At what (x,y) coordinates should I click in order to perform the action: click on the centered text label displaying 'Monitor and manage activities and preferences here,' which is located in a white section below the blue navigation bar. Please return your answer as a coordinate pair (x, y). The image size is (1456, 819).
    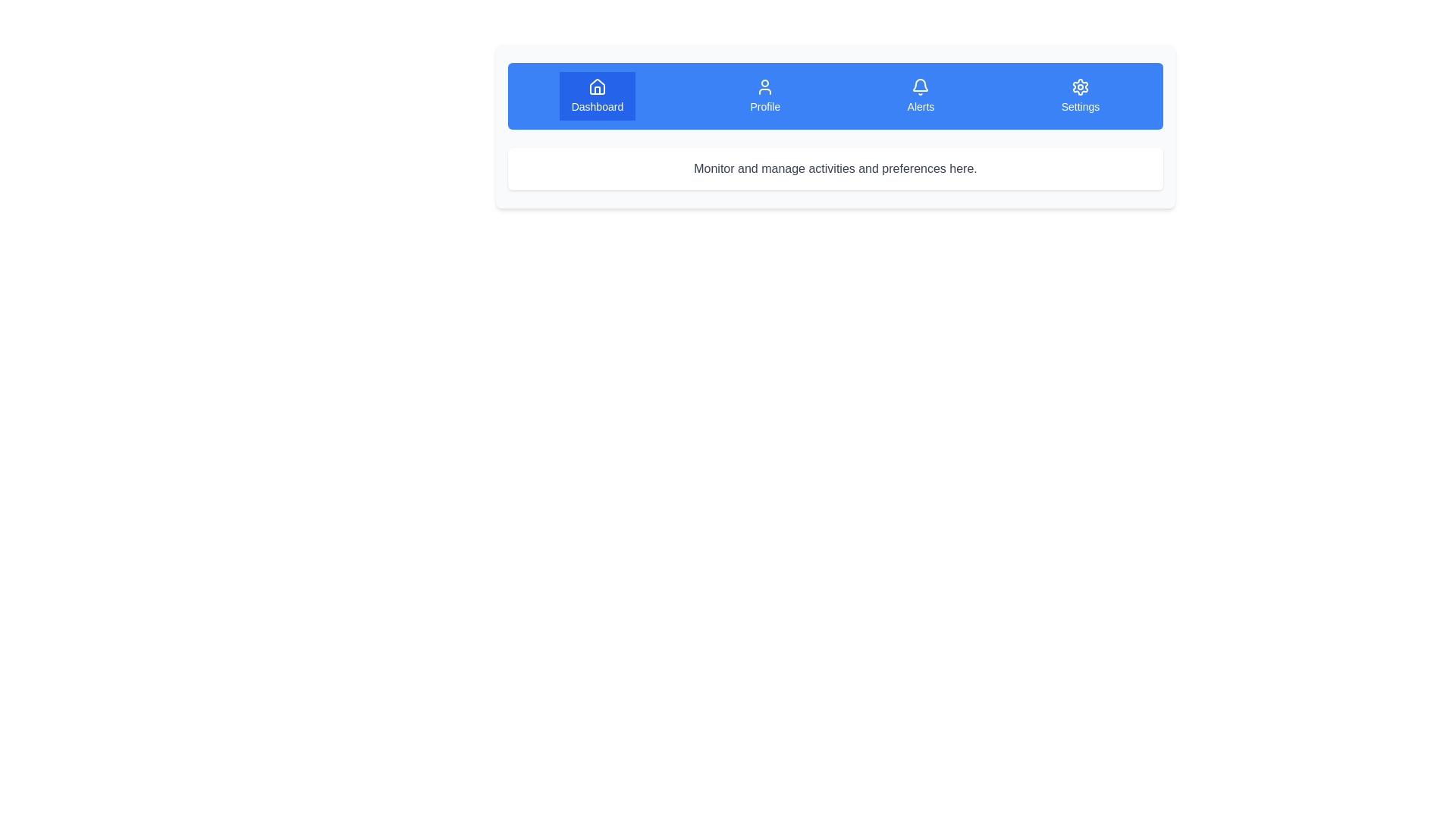
    Looking at the image, I should click on (835, 169).